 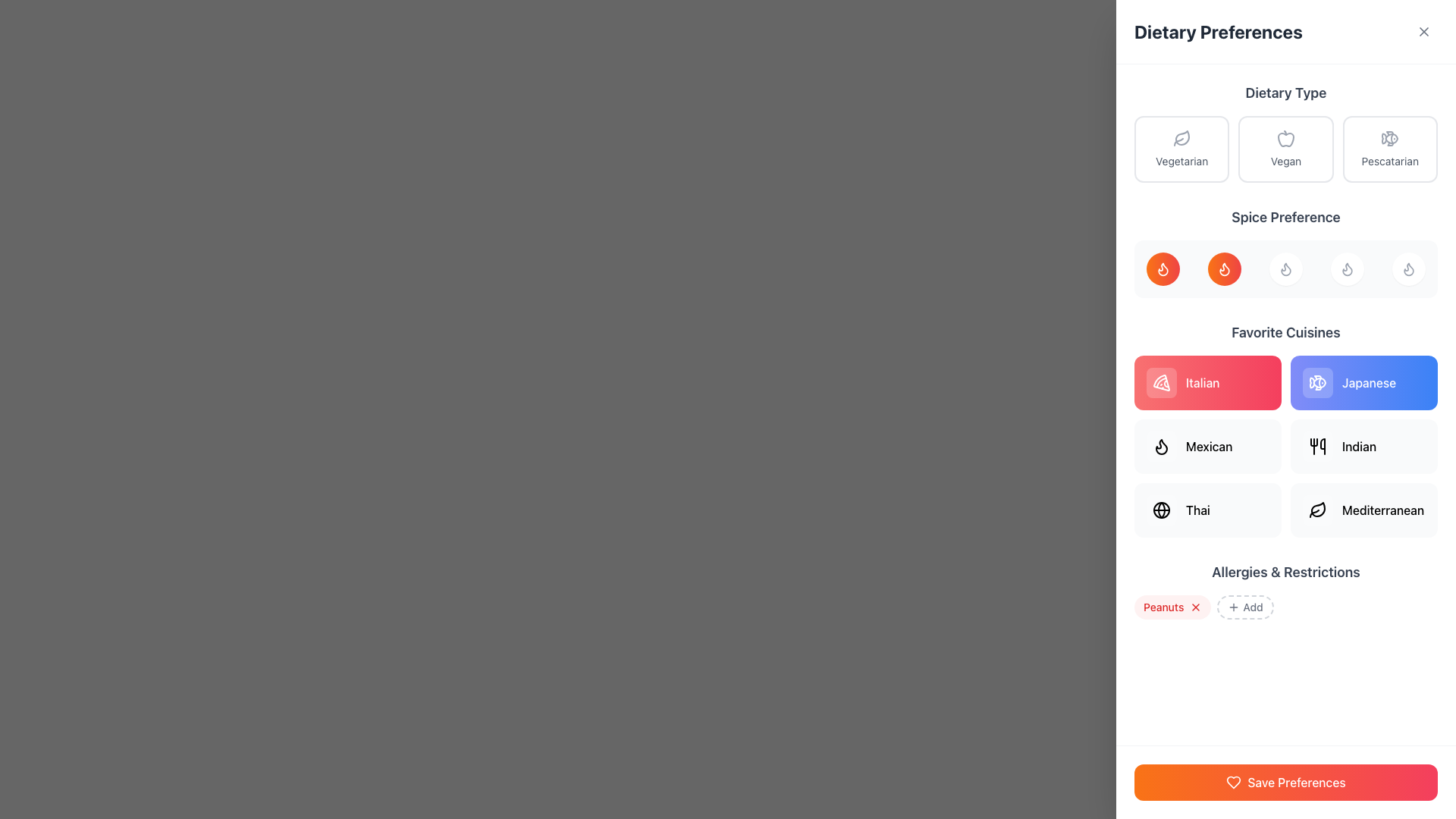 I want to click on the SVG icon resembling a fish with a blue background and white outlines in the 'Favorite Cuisines' section for the 'Japanese' cuisine option, located at the top right corner of the modal interface, so click(x=1316, y=382).